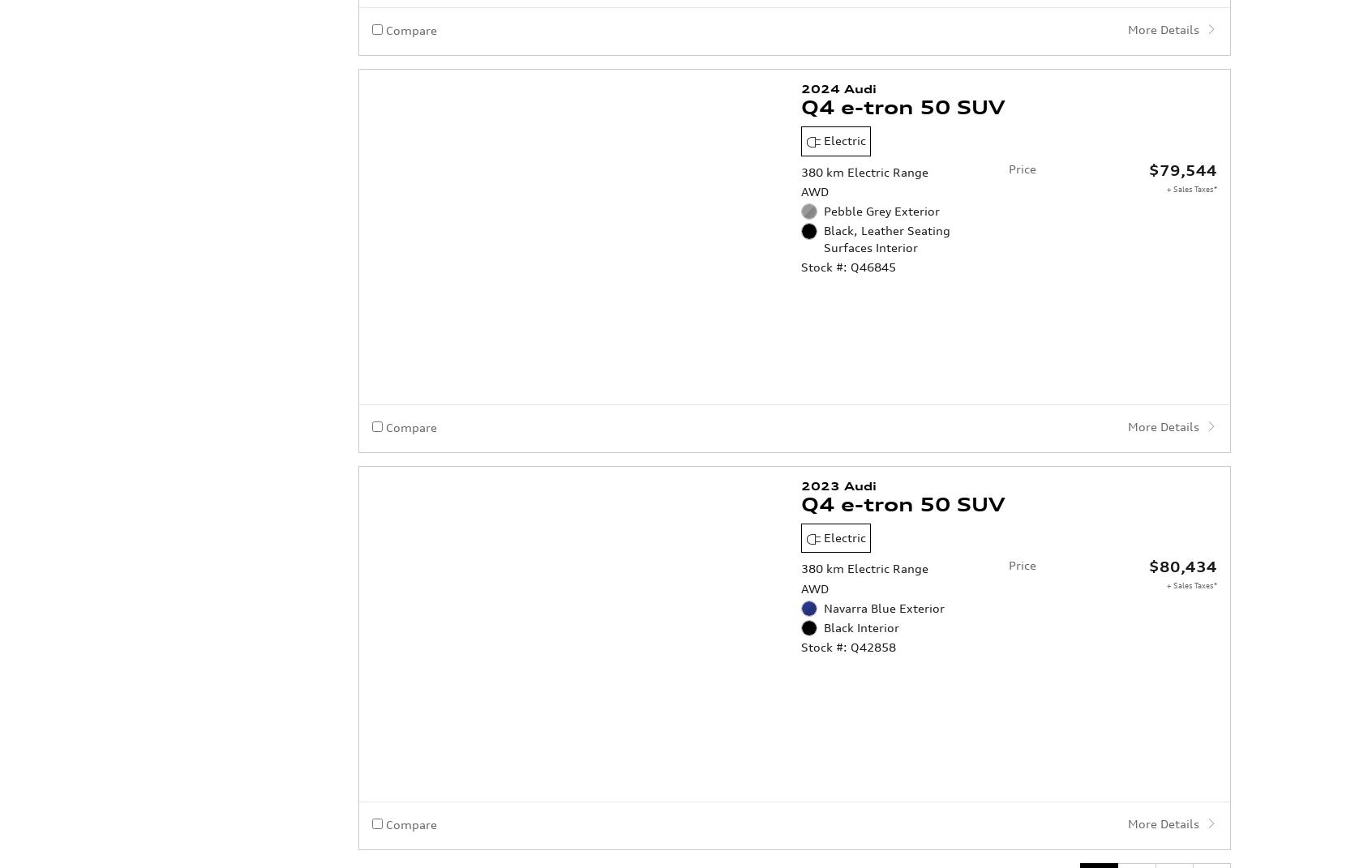 Image resolution: width=1372 pixels, height=868 pixels. What do you see at coordinates (861, 496) in the screenshot?
I see `'Black Interior'` at bounding box center [861, 496].